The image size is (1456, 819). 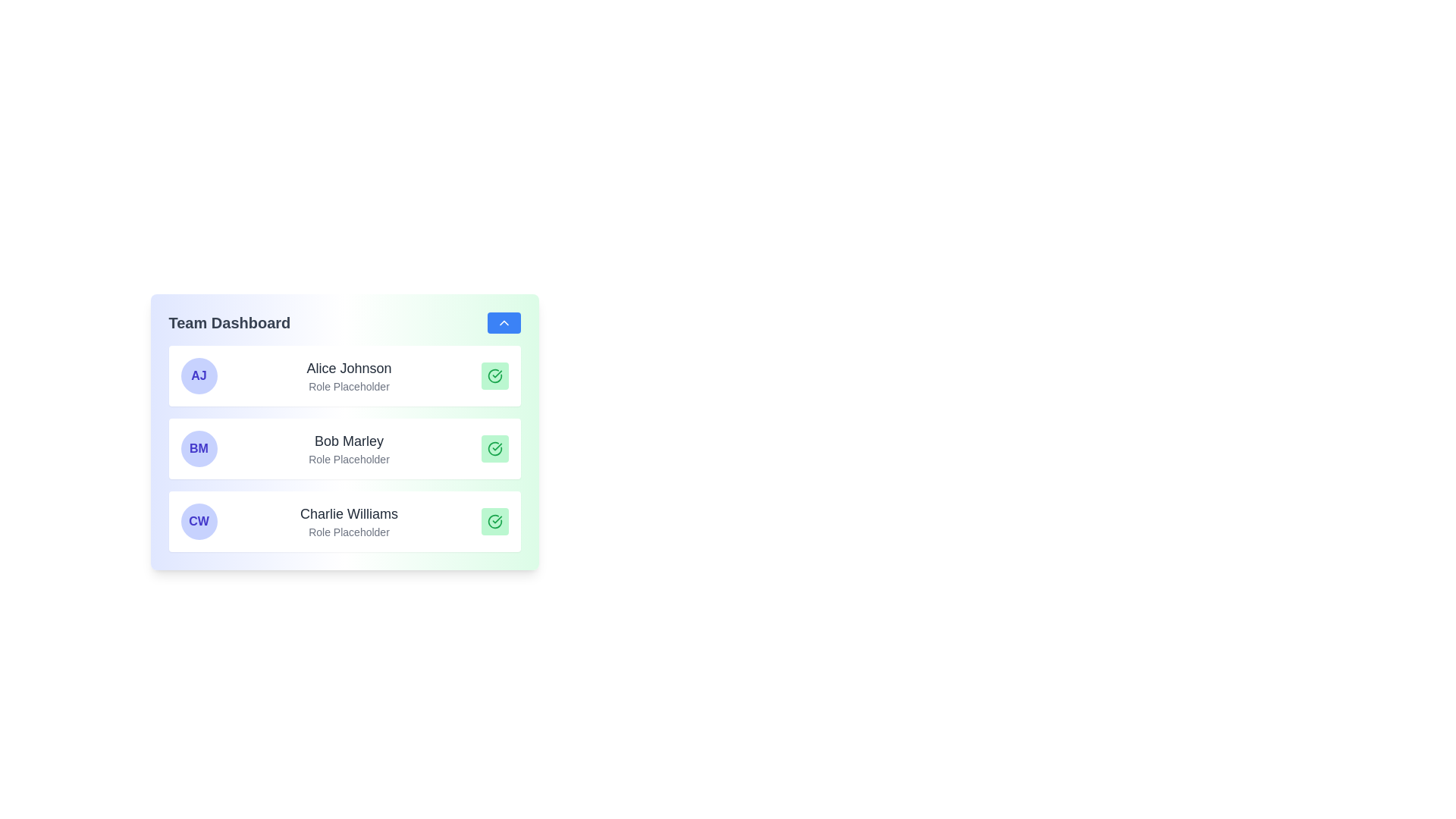 What do you see at coordinates (348, 447) in the screenshot?
I see `the text display element containing 'Bob Marley' and 'Role Placeholder' in the Team Dashboard, which is the second item in the list of team members` at bounding box center [348, 447].